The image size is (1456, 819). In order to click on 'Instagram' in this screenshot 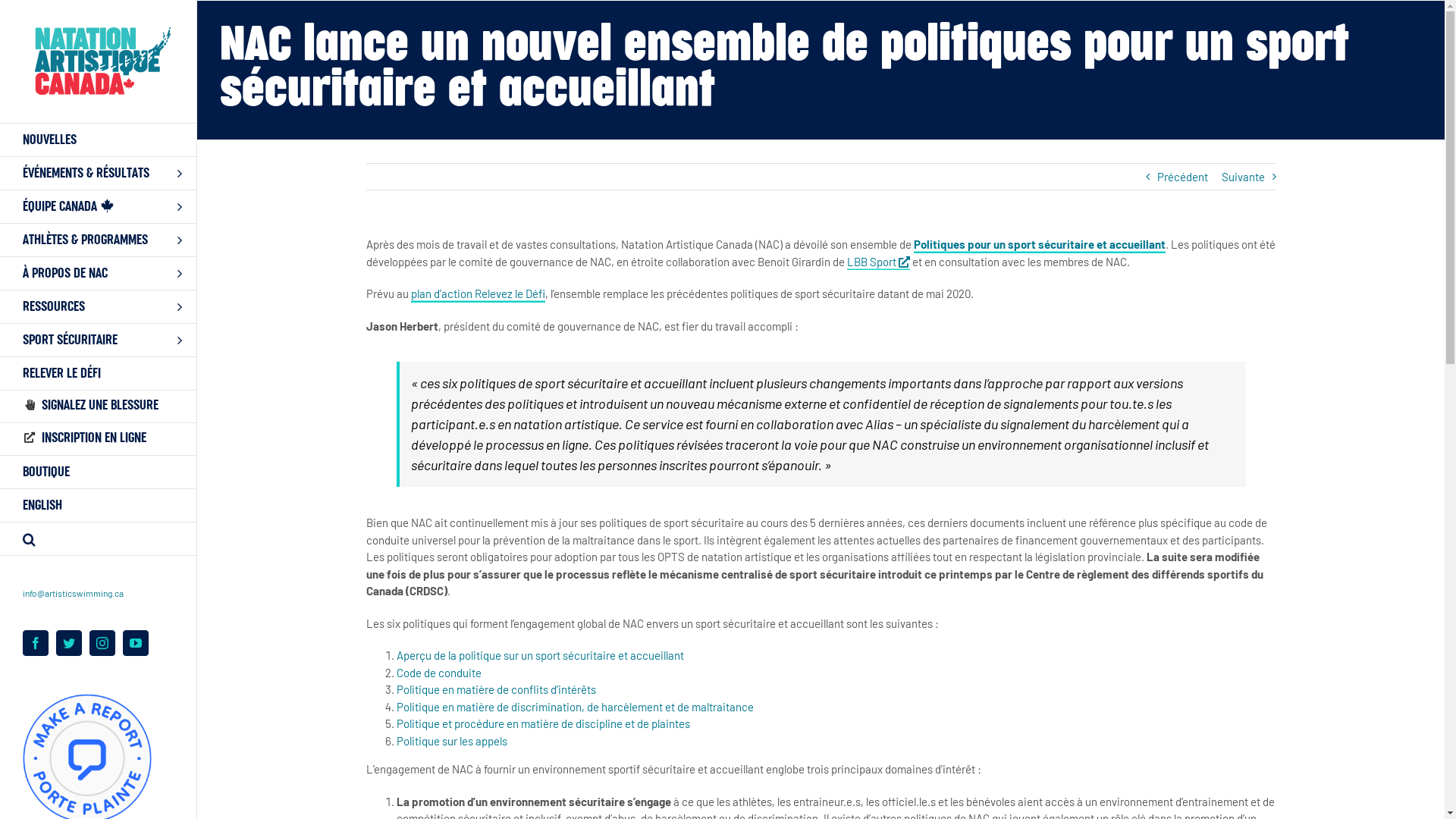, I will do `click(101, 643)`.